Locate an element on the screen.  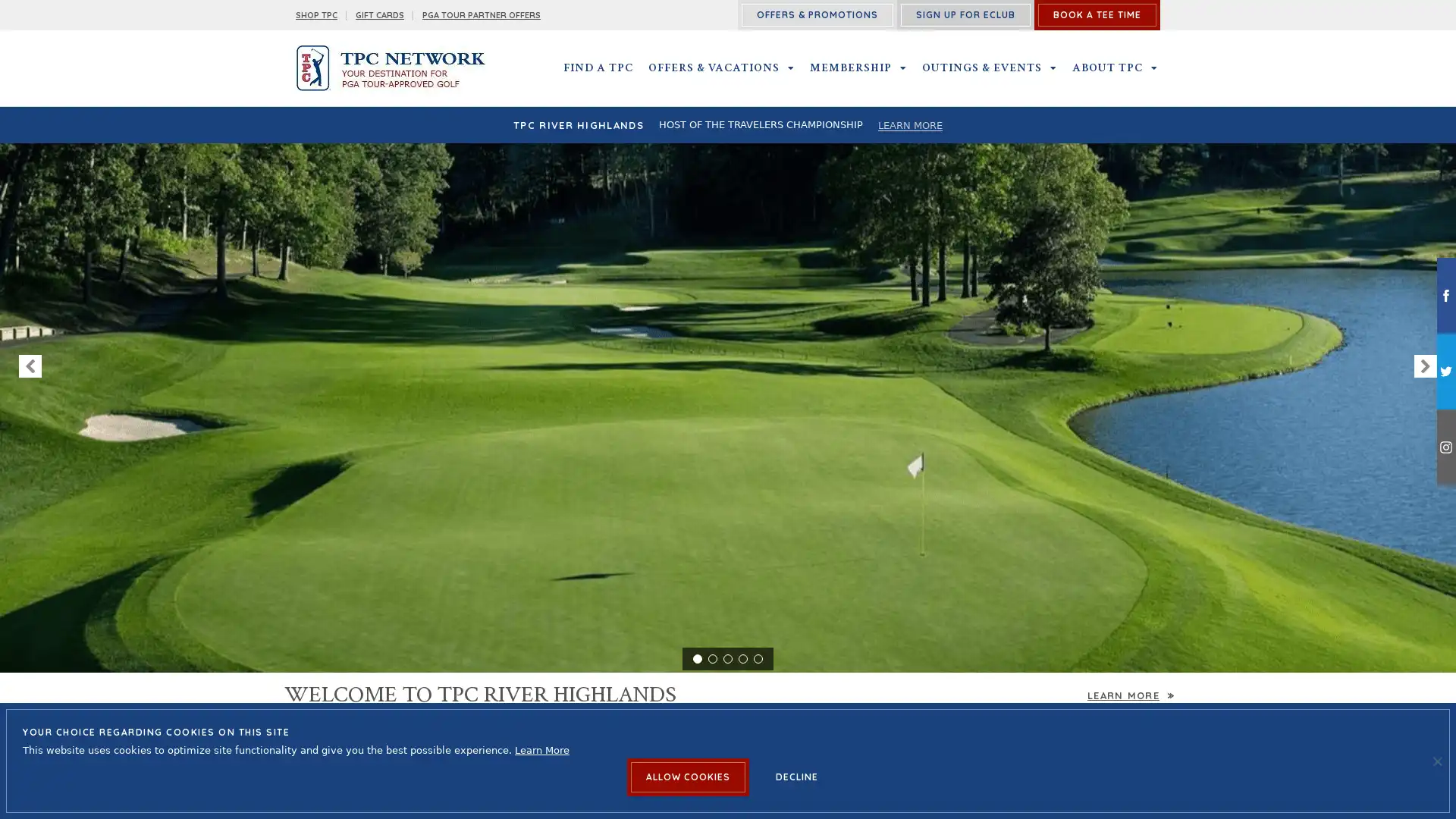
MEMBERSHIP SUBMENU is located at coordinates (902, 67).